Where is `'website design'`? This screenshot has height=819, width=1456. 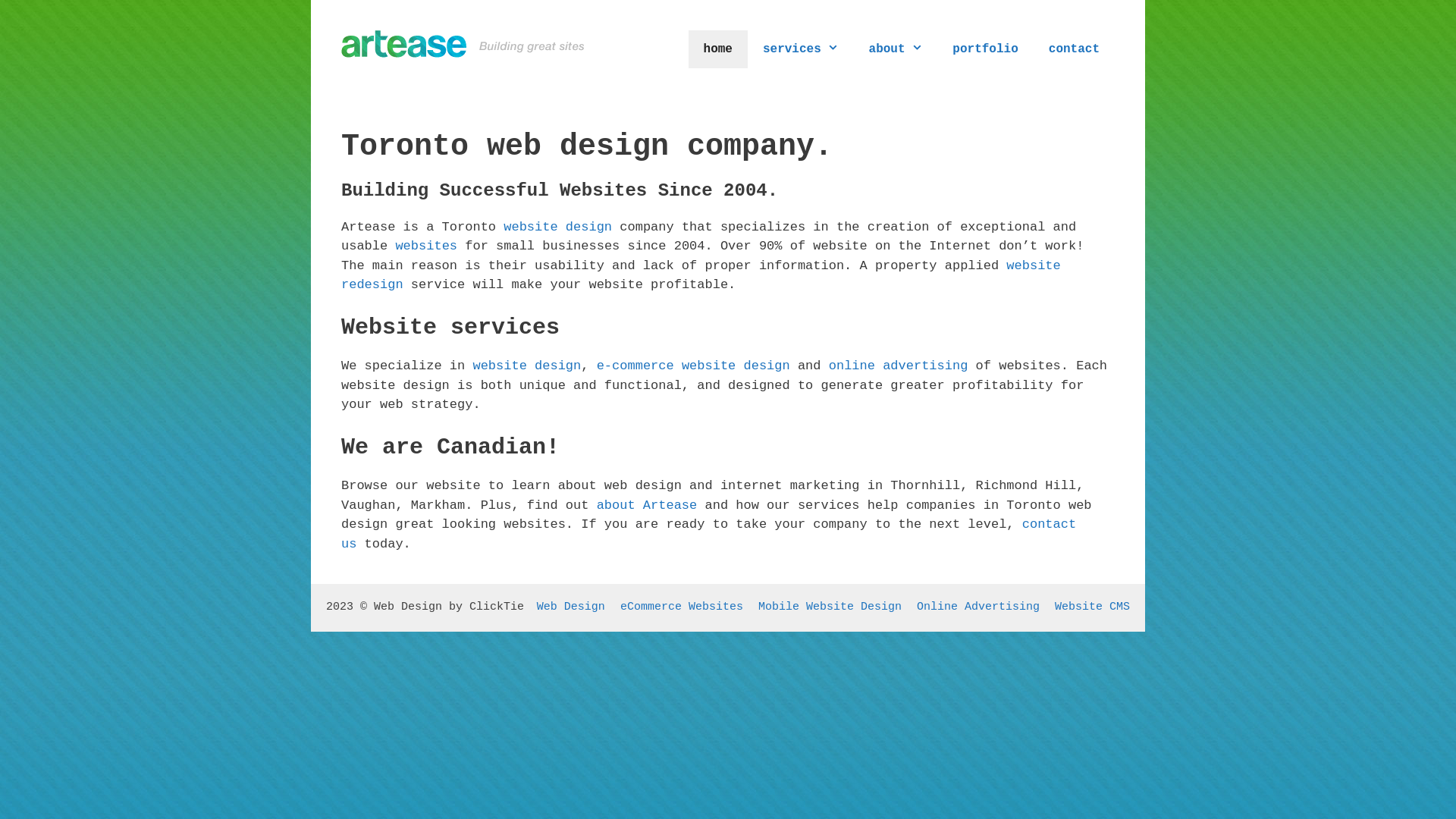
'website design' is located at coordinates (557, 227).